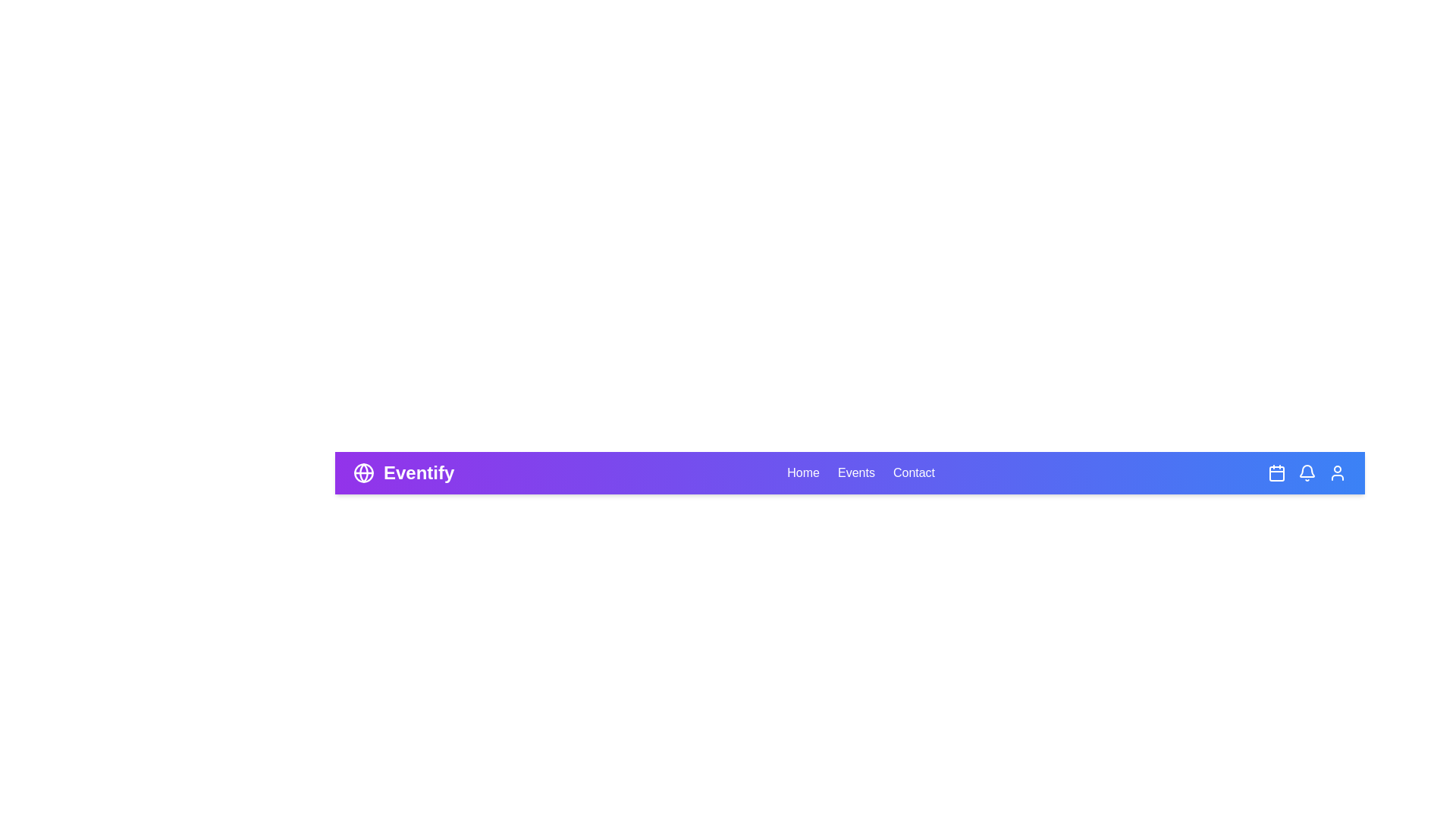 The height and width of the screenshot is (819, 1456). What do you see at coordinates (1337, 472) in the screenshot?
I see `the user icon to access user settings or profile` at bounding box center [1337, 472].